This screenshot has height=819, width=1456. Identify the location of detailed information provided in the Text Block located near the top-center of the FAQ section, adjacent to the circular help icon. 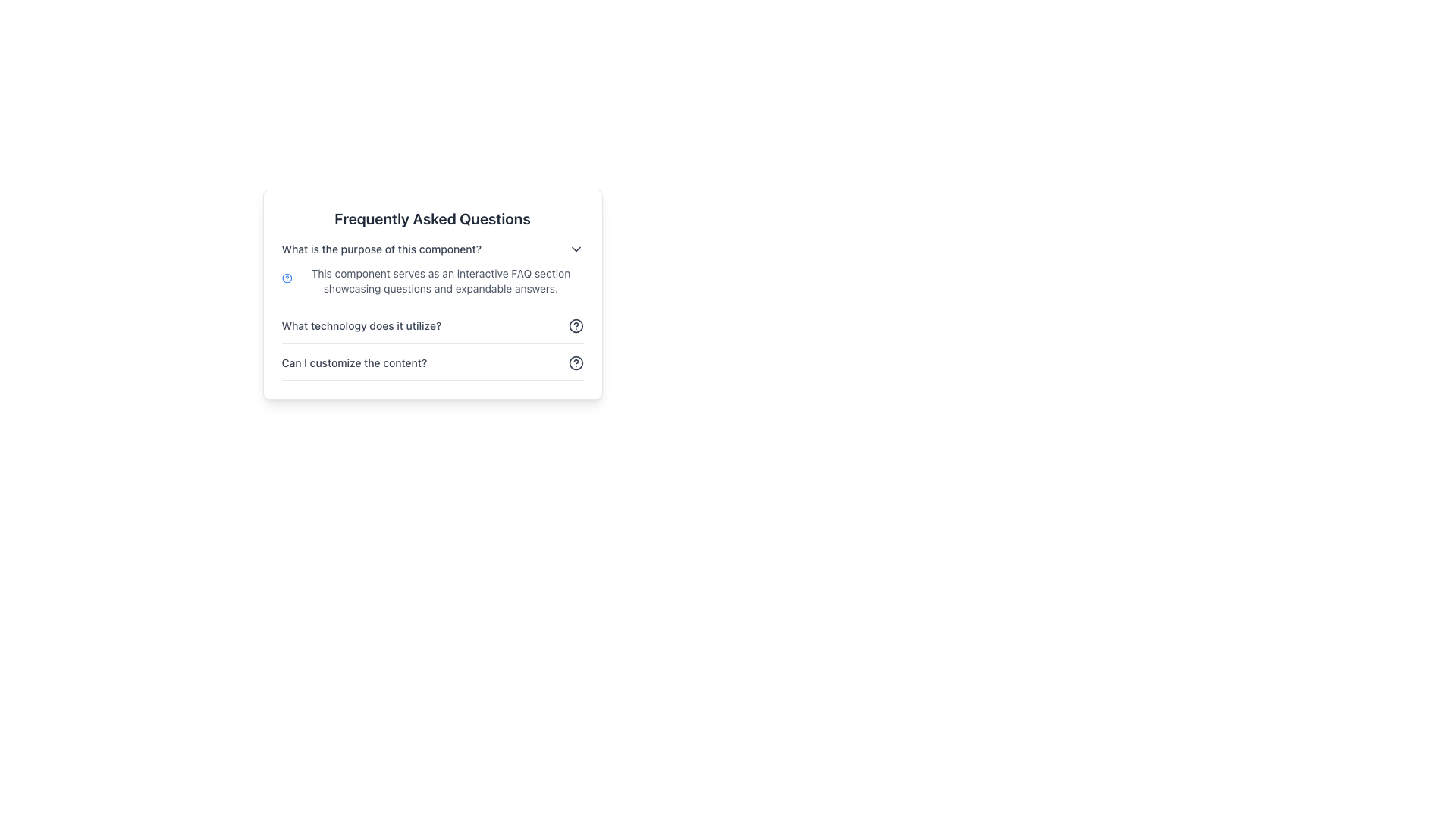
(440, 281).